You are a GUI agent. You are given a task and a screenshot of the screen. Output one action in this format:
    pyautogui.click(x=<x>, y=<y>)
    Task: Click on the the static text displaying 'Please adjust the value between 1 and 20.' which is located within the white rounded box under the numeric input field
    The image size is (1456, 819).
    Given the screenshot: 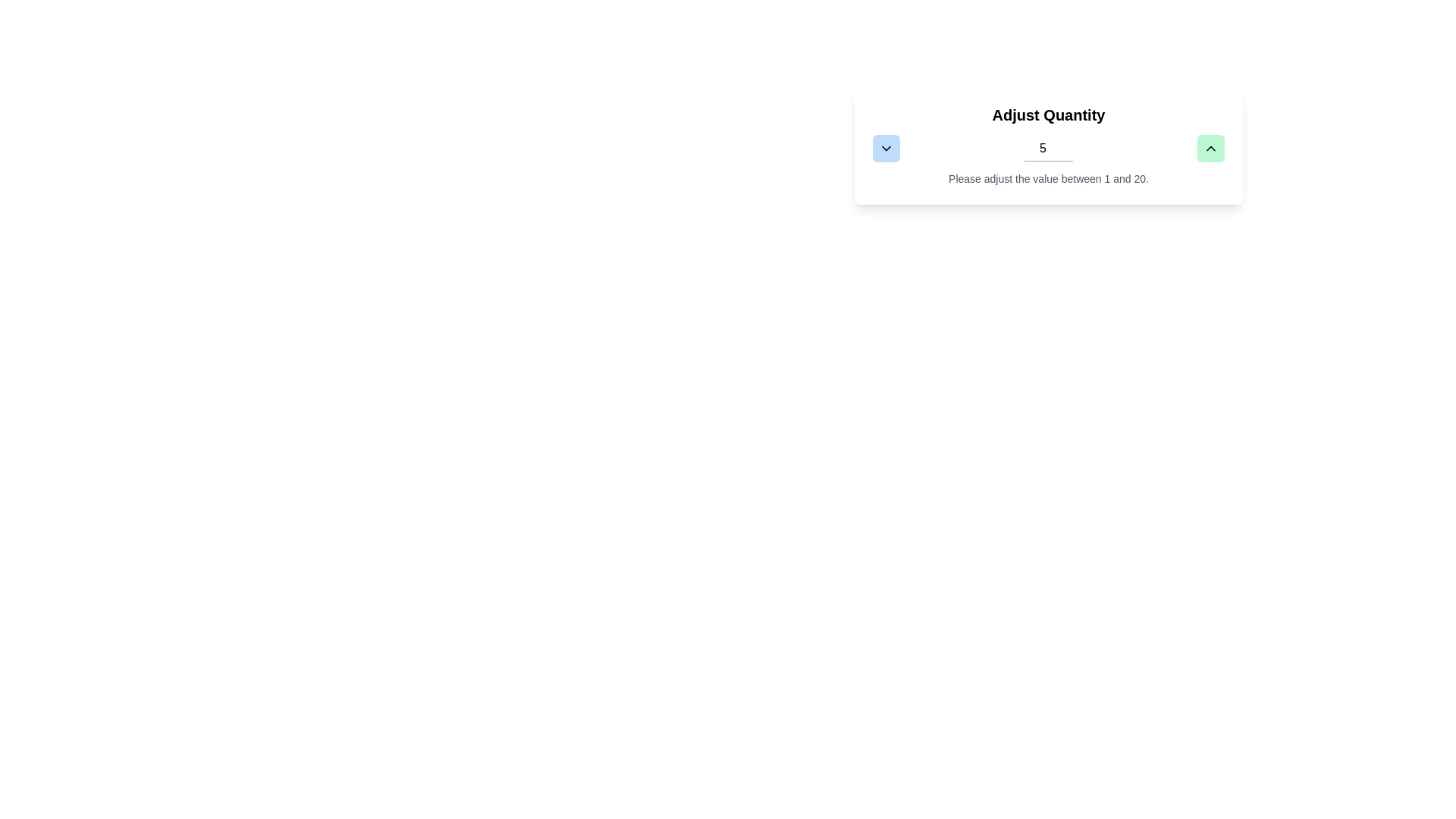 What is the action you would take?
    pyautogui.click(x=1047, y=177)
    